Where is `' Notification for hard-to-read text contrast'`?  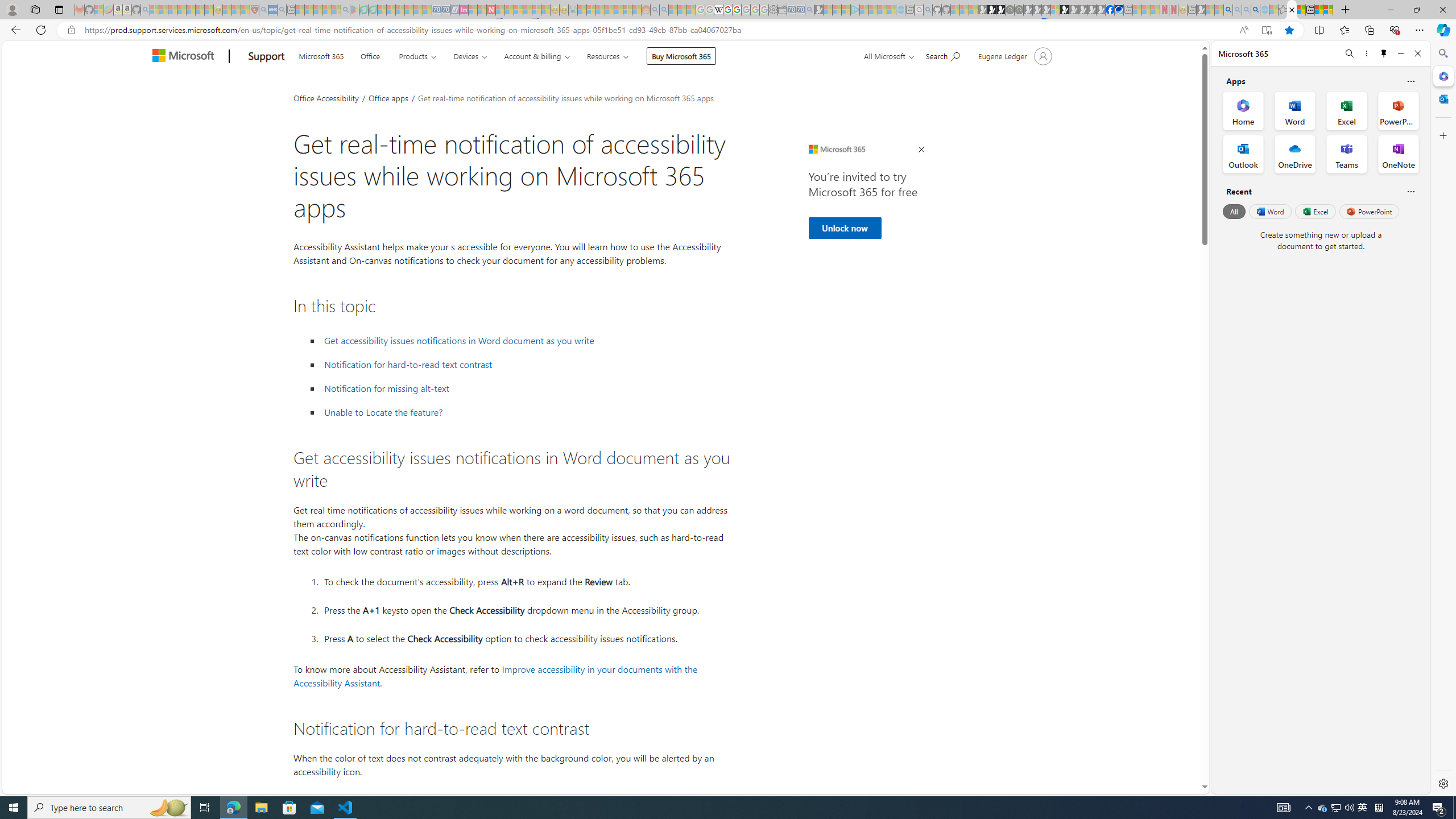 ' Notification for hard-to-read text contrast' is located at coordinates (408, 364).